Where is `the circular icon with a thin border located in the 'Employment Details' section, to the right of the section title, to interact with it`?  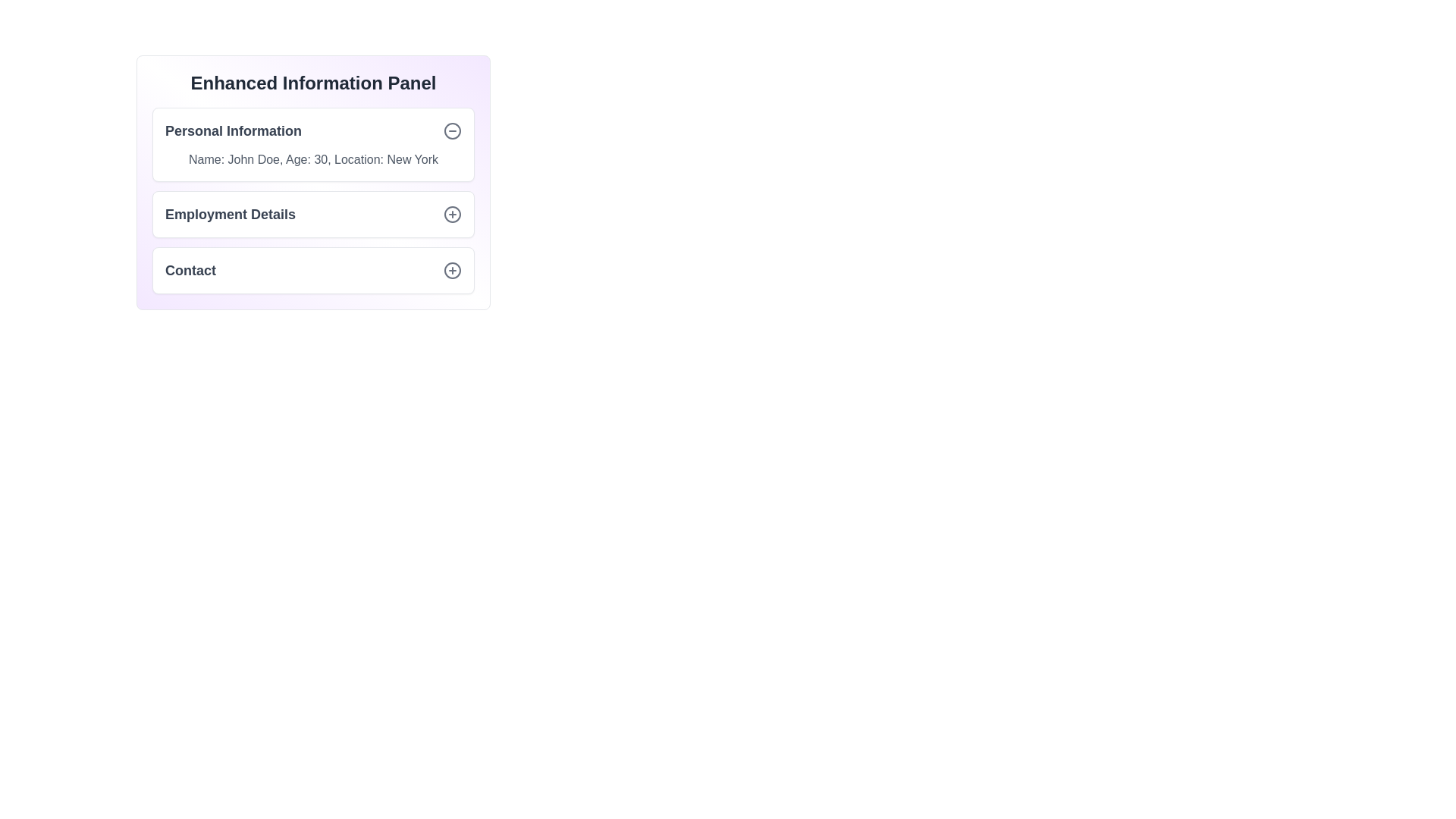
the circular icon with a thin border located in the 'Employment Details' section, to the right of the section title, to interact with it is located at coordinates (451, 214).